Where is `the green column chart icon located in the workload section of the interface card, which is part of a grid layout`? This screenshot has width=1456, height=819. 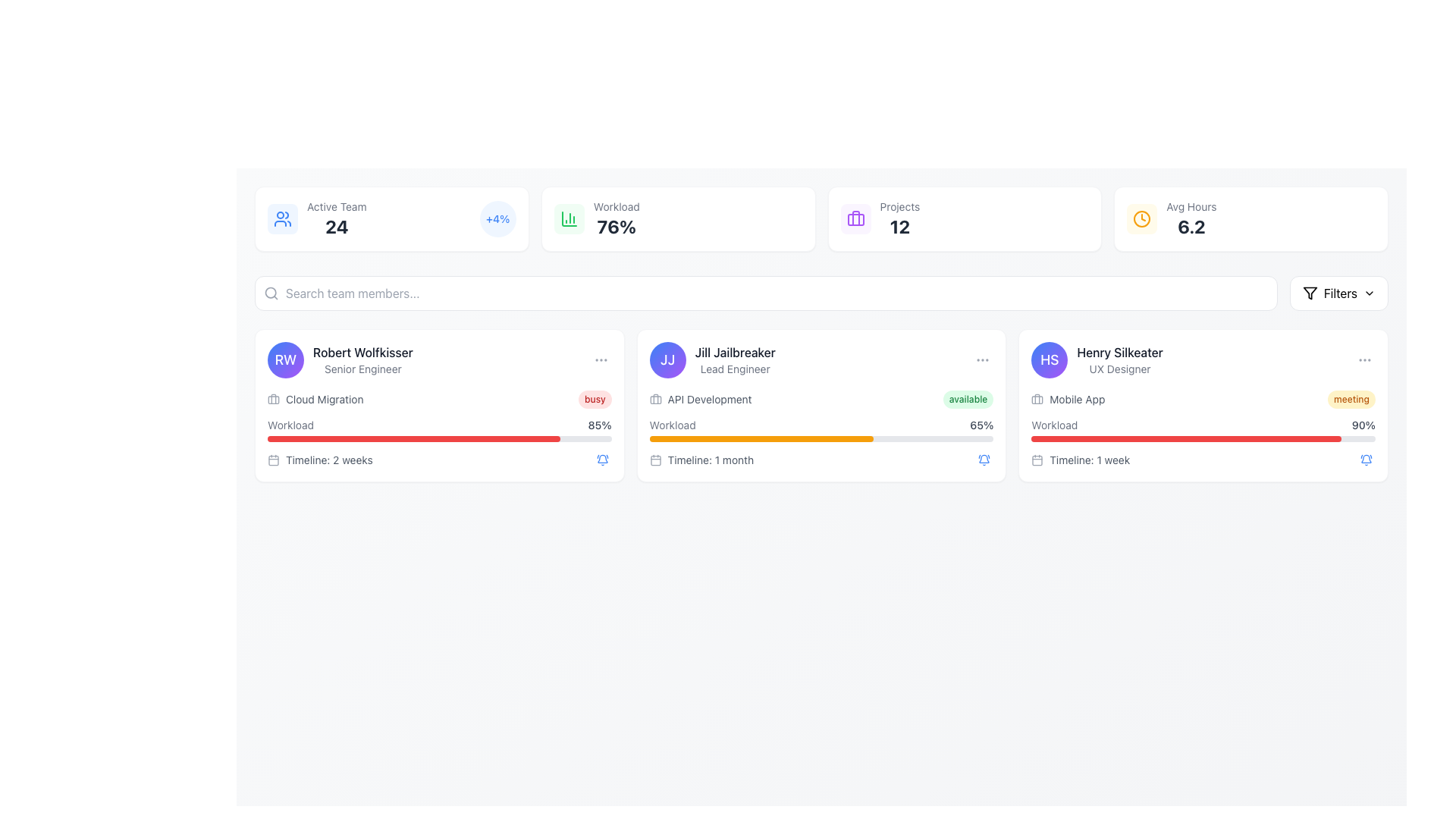
the green column chart icon located in the workload section of the interface card, which is part of a grid layout is located at coordinates (568, 219).